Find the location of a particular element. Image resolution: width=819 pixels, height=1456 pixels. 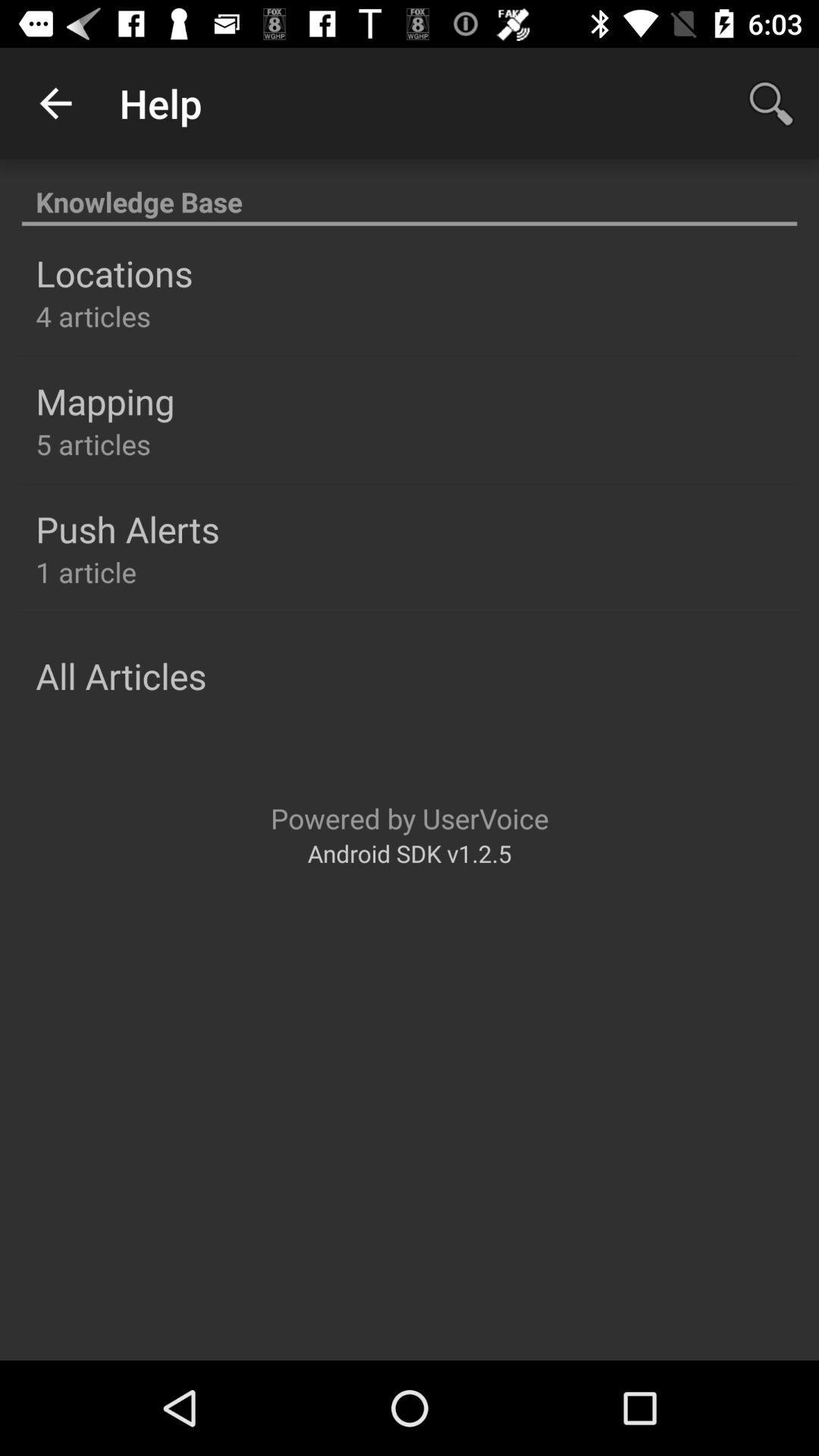

push alerts item is located at coordinates (127, 529).